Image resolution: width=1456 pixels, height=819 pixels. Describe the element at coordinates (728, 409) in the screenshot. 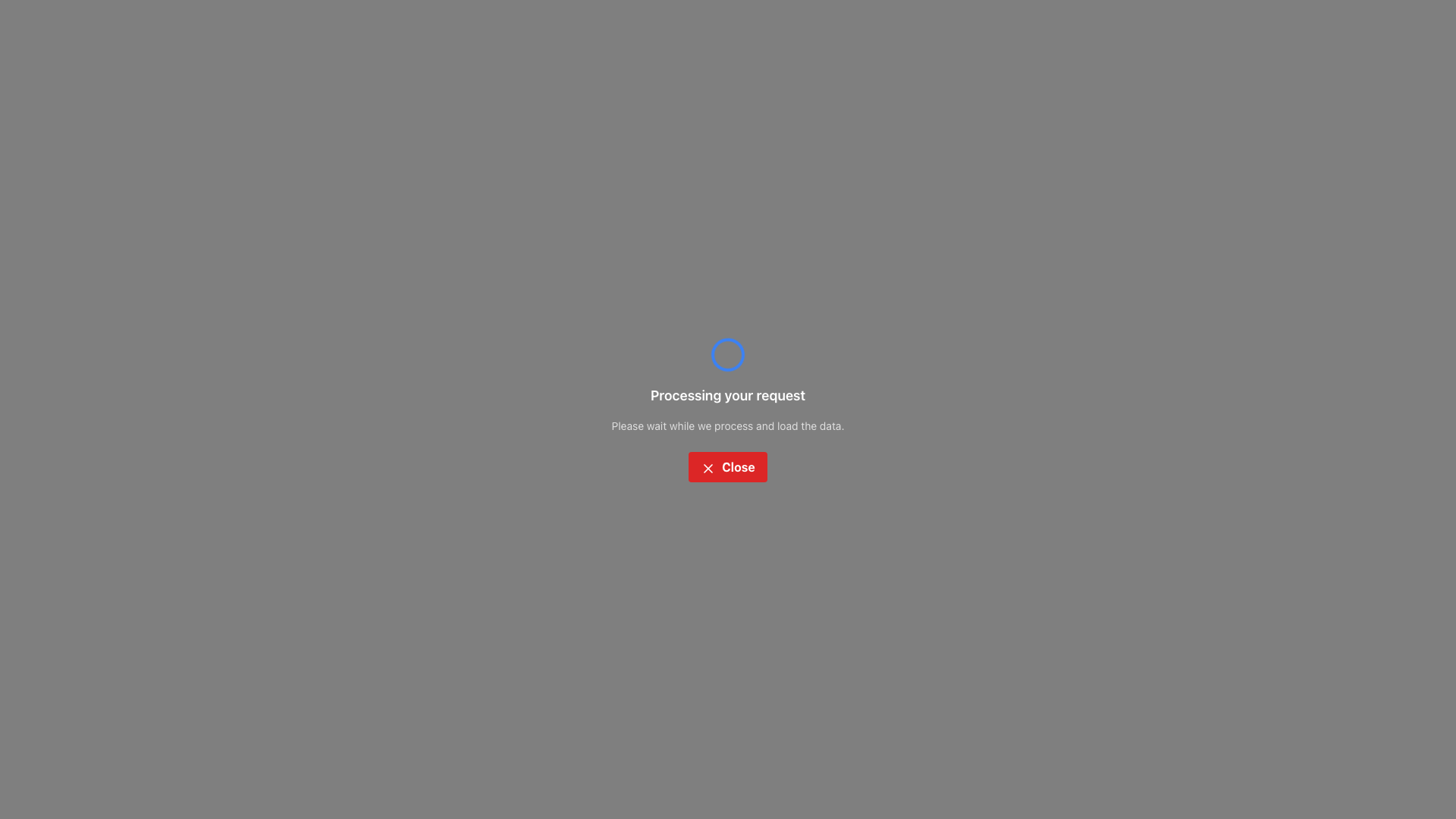

I see `status message displayed in the modal overlay, which shows 'Processing your request'` at that location.